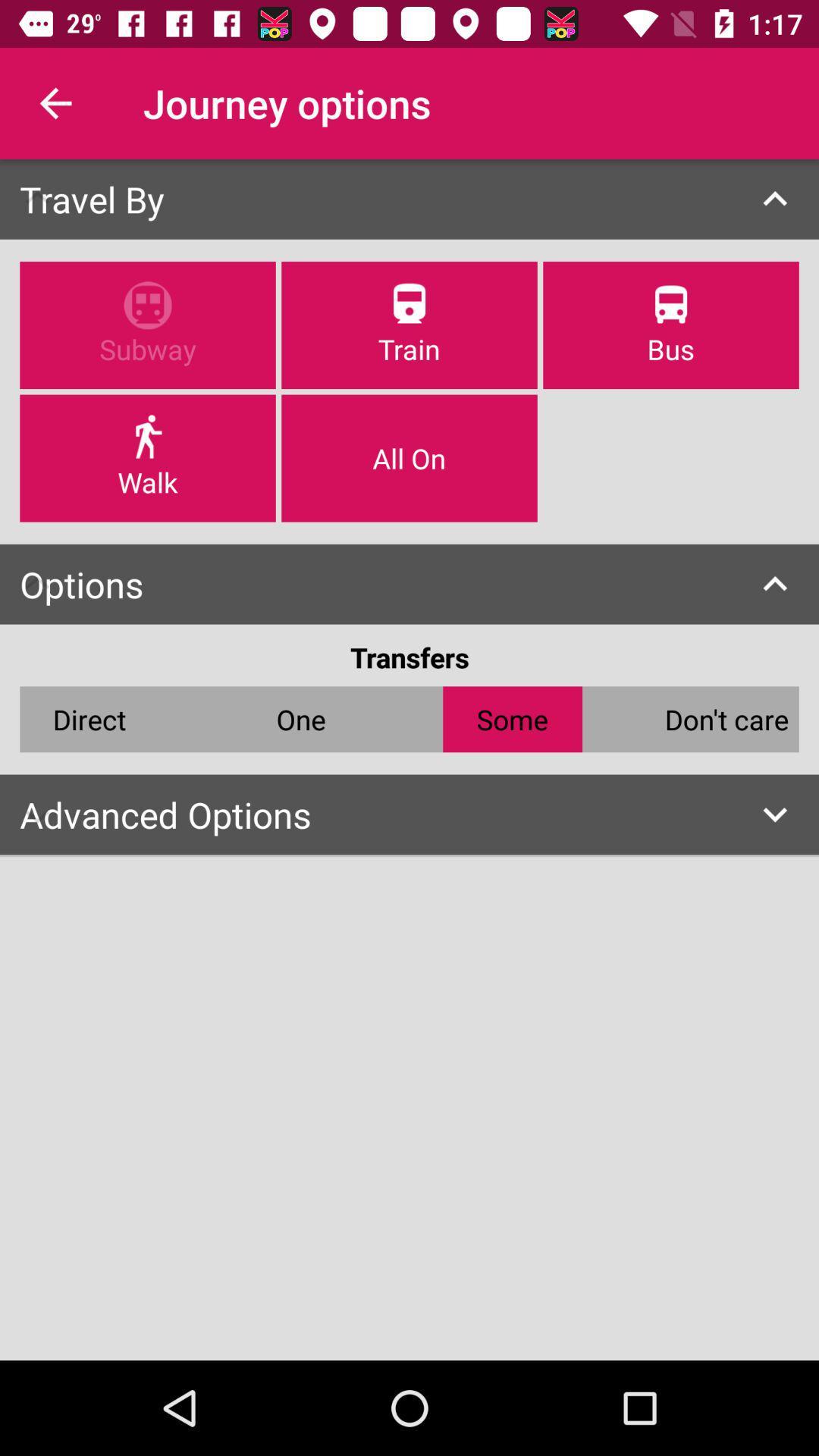 The image size is (819, 1456). What do you see at coordinates (301, 718) in the screenshot?
I see `the icon below the transfers` at bounding box center [301, 718].